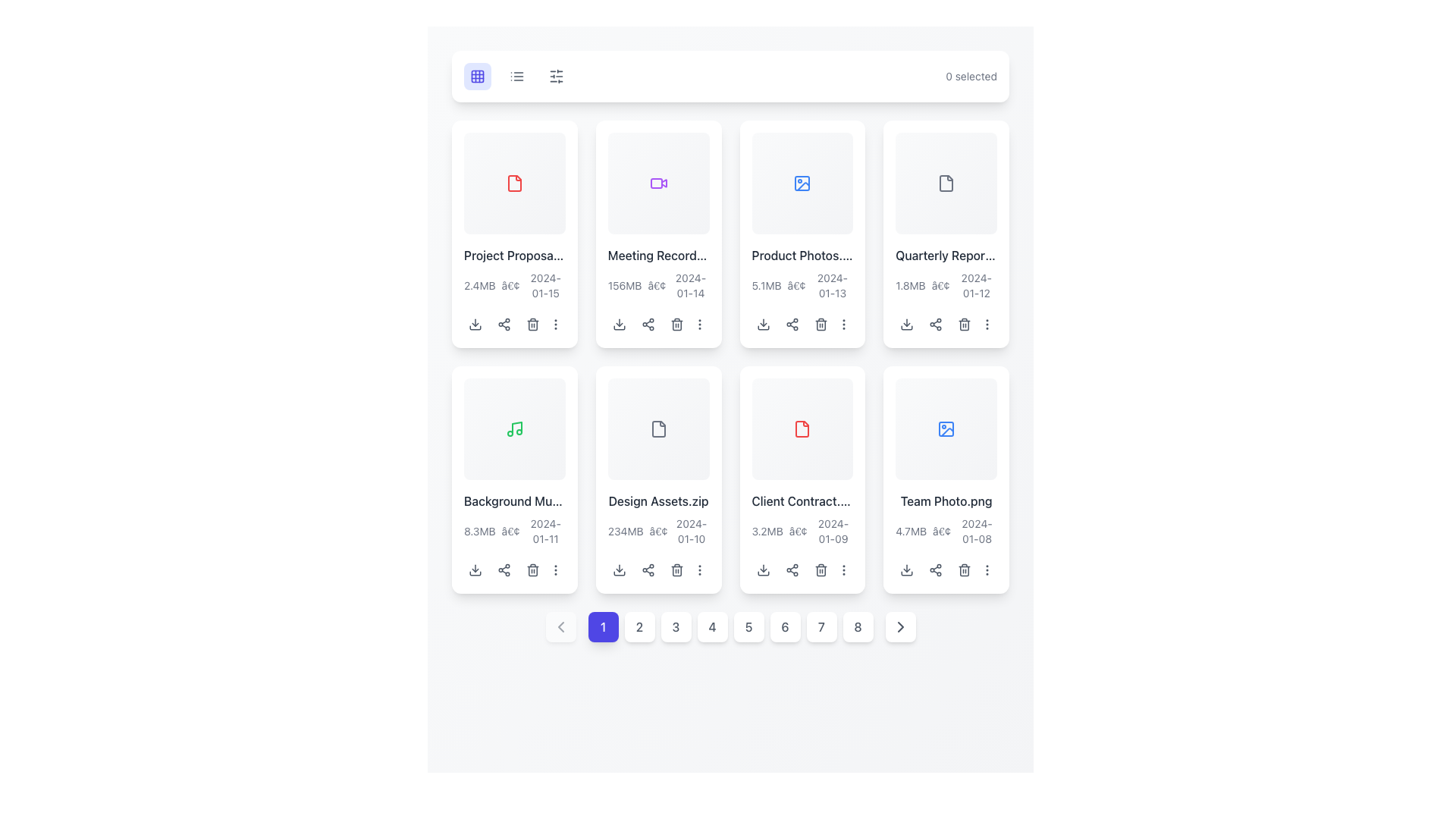 The width and height of the screenshot is (1456, 819). I want to click on the selectable file card for 'Product Photos.jpg', located in the top-right corner of the first row of the grid, so click(802, 234).